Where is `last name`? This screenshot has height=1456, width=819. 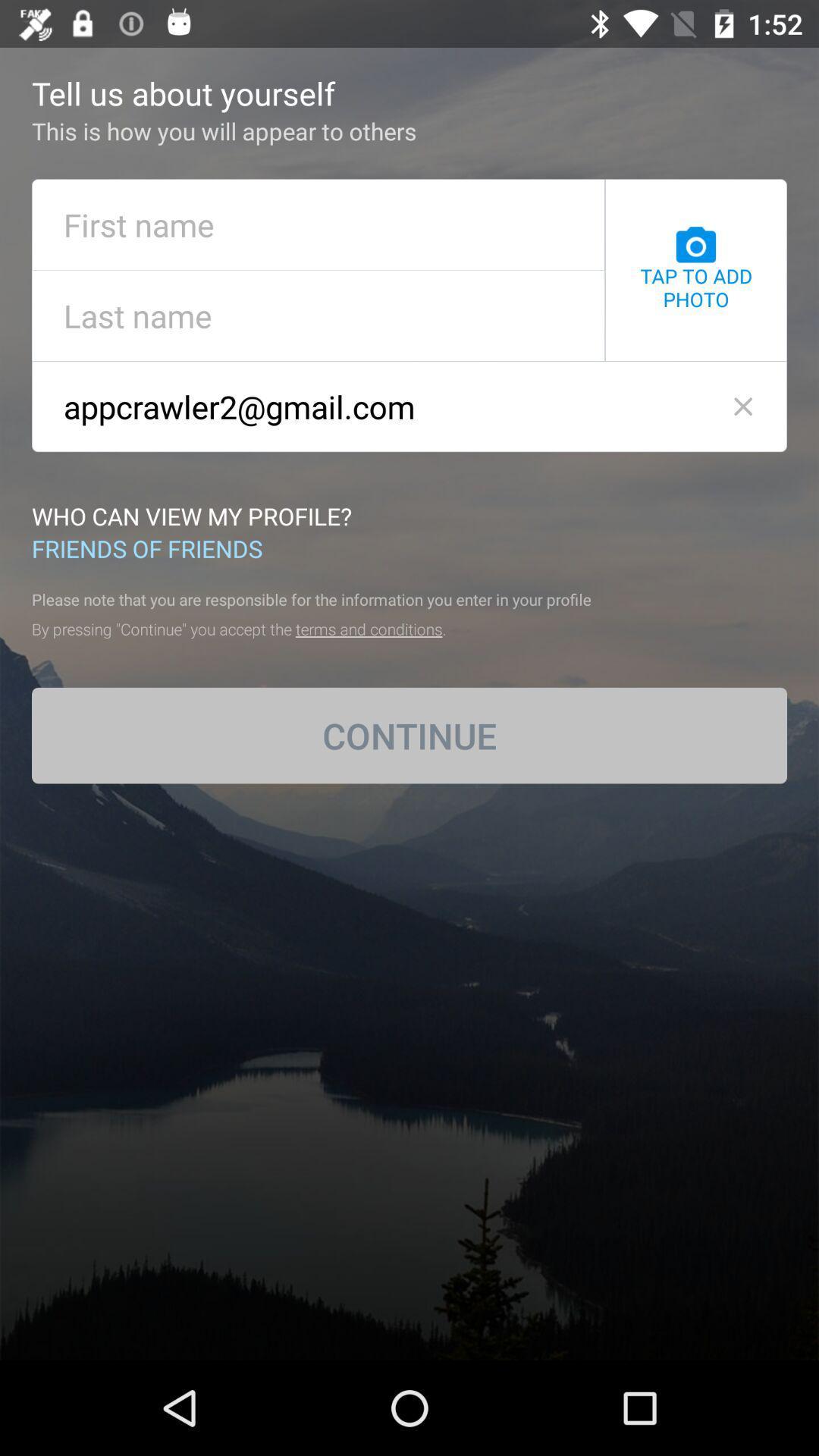 last name is located at coordinates (318, 315).